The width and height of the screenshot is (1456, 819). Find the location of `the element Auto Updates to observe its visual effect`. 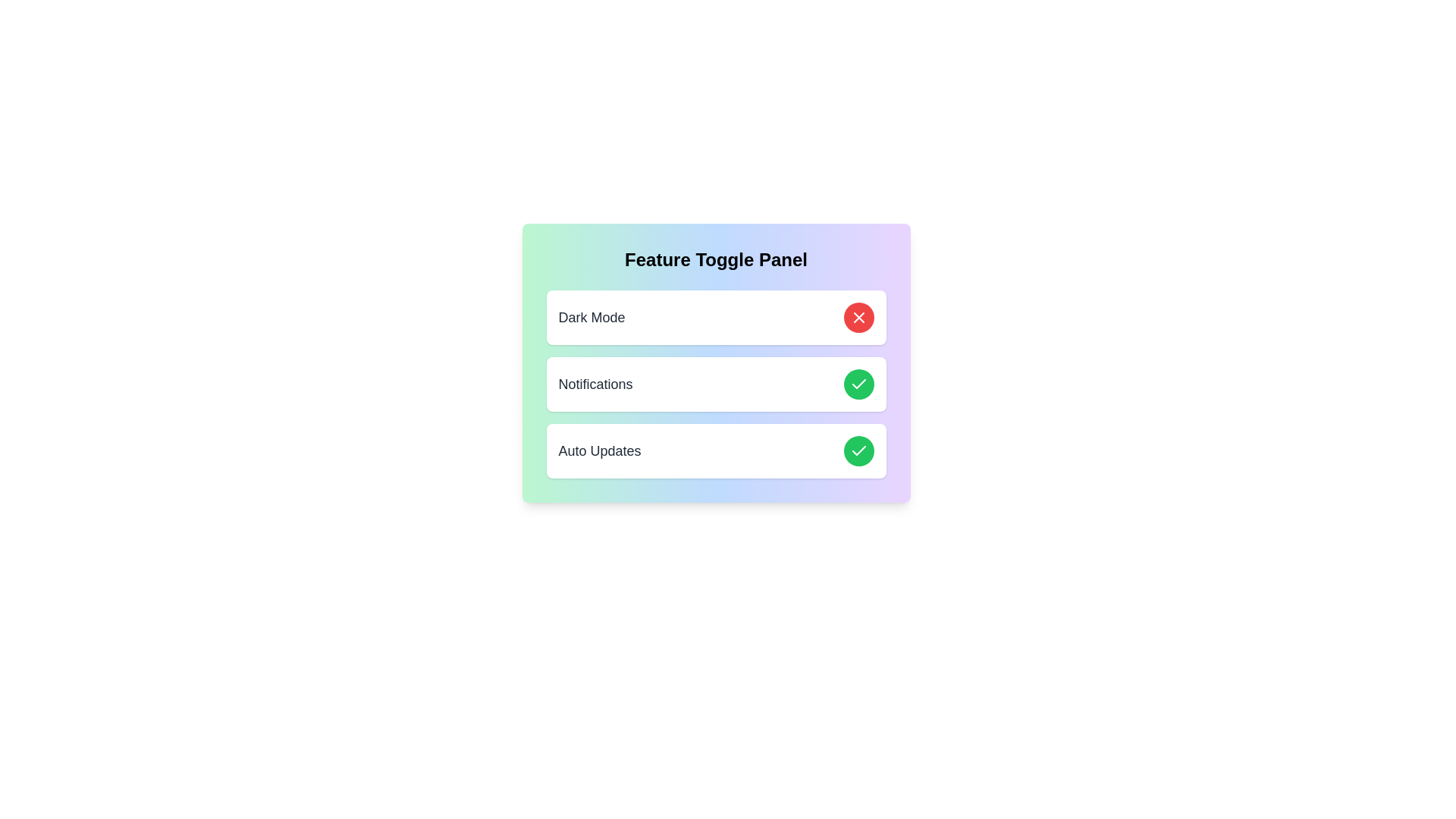

the element Auto Updates to observe its visual effect is located at coordinates (715, 450).